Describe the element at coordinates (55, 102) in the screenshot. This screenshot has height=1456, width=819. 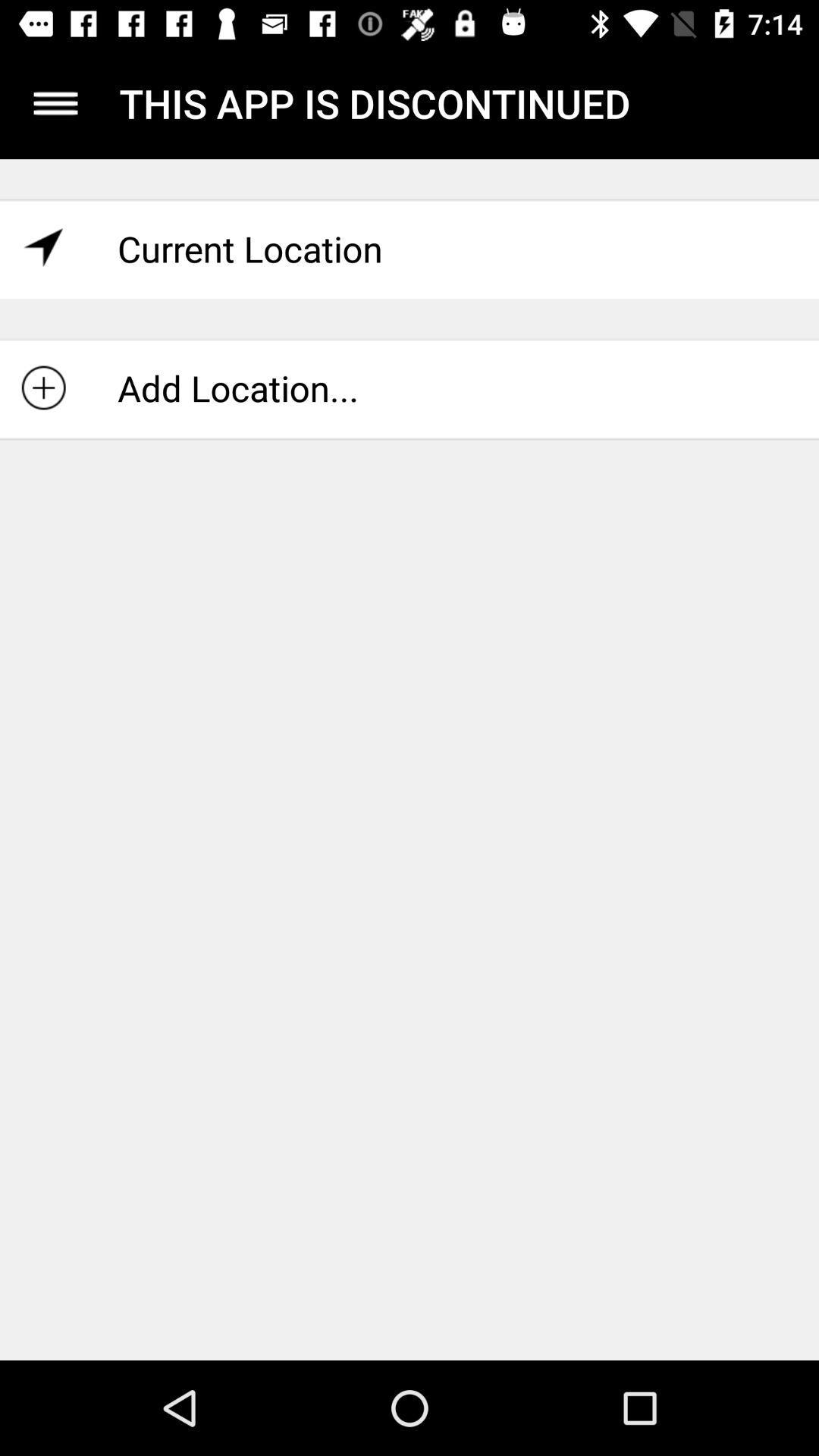
I see `open the menu` at that location.